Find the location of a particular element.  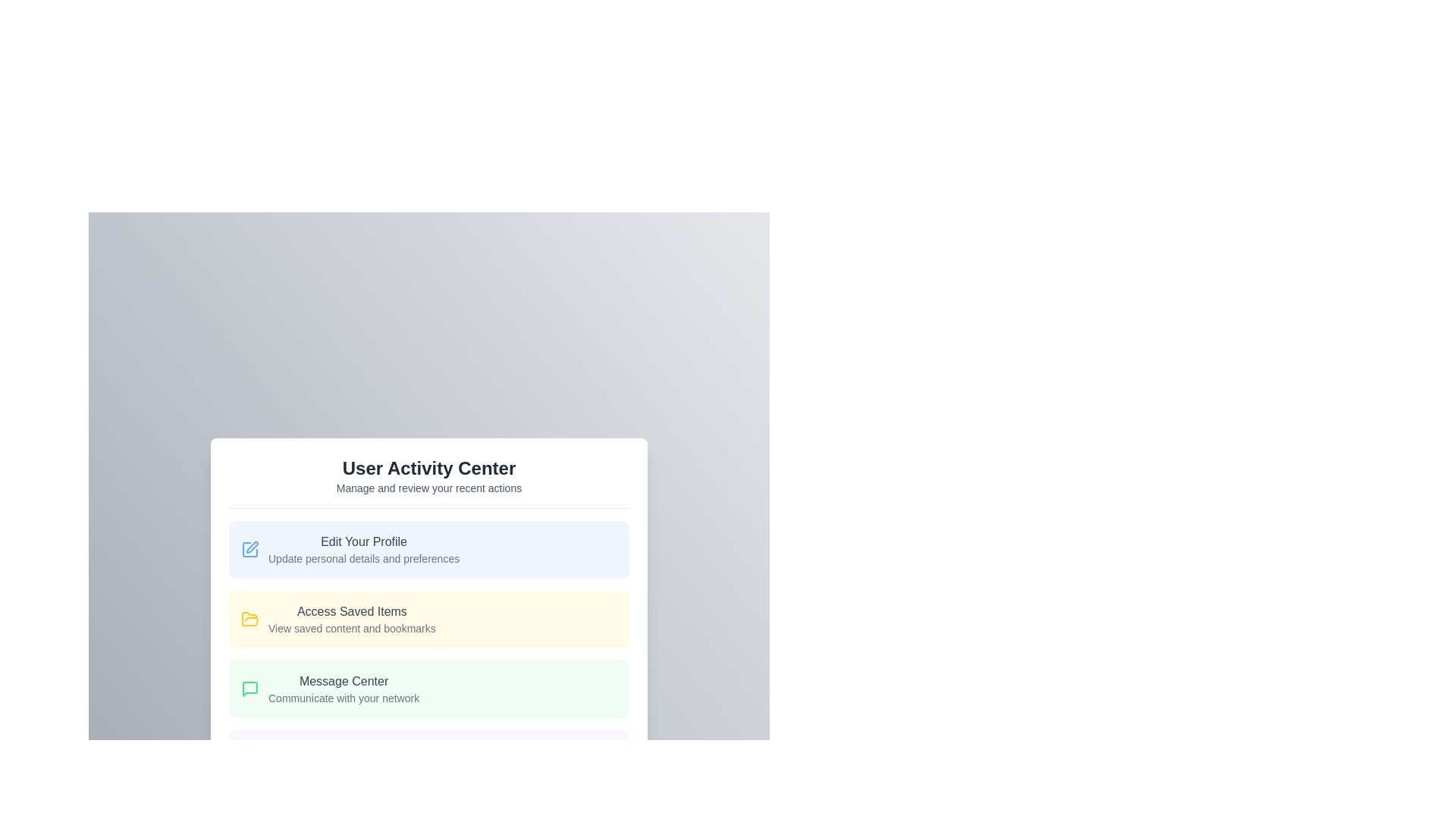

the interactive list item titled 'Access Saved Items' with a light yellow background and a folder icon is located at coordinates (428, 619).